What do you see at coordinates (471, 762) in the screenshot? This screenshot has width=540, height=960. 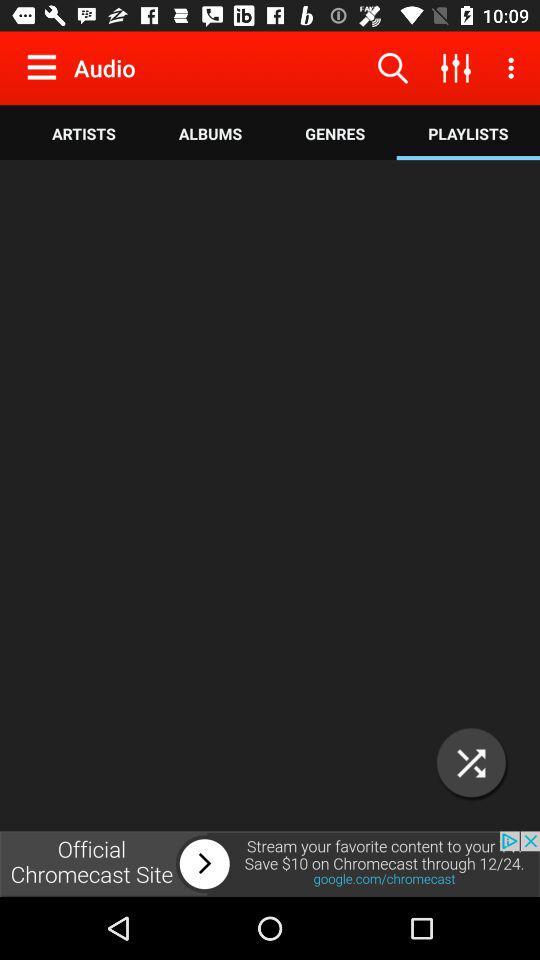 I see `the close icon` at bounding box center [471, 762].